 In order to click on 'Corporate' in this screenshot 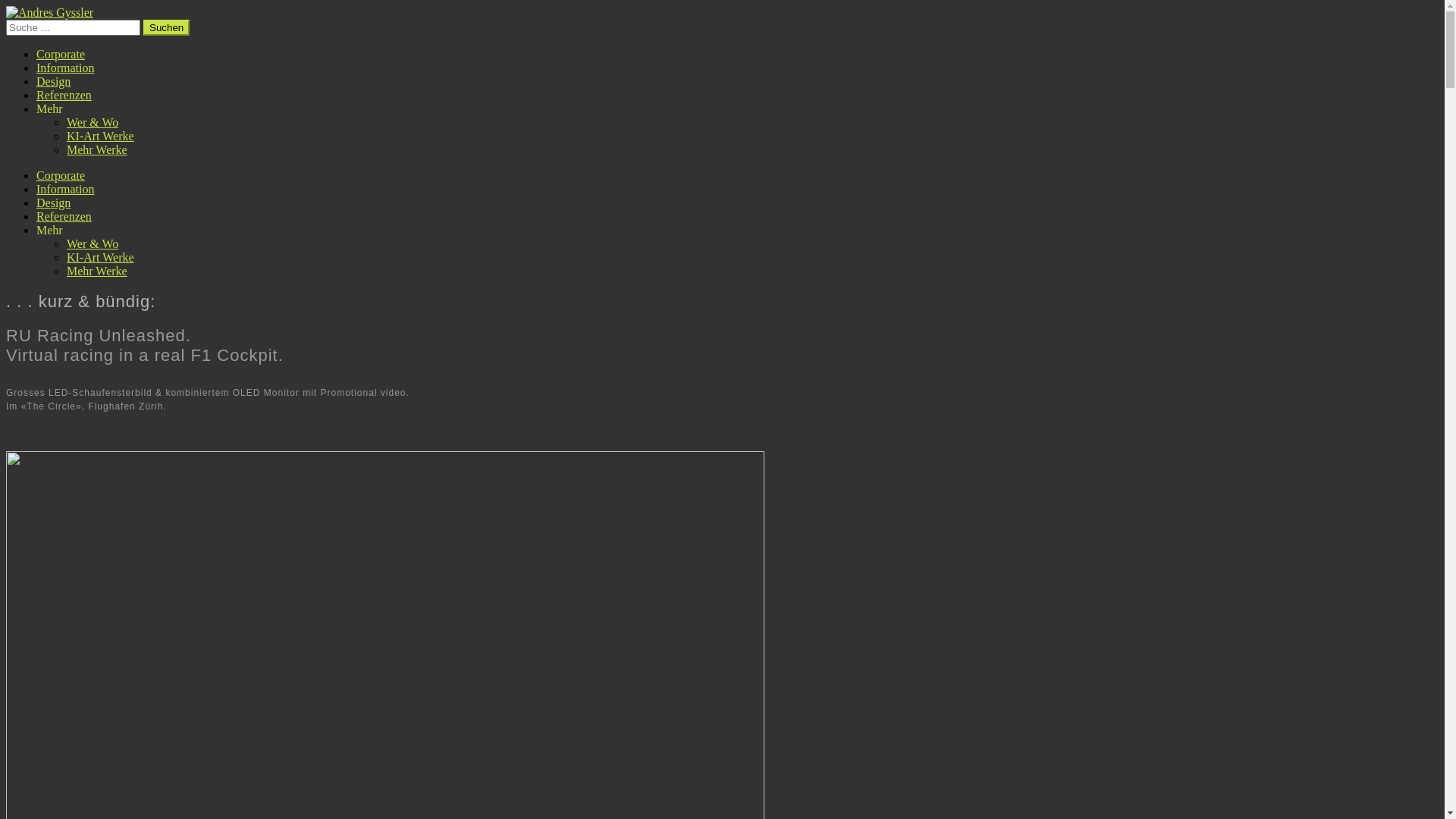, I will do `click(61, 53)`.